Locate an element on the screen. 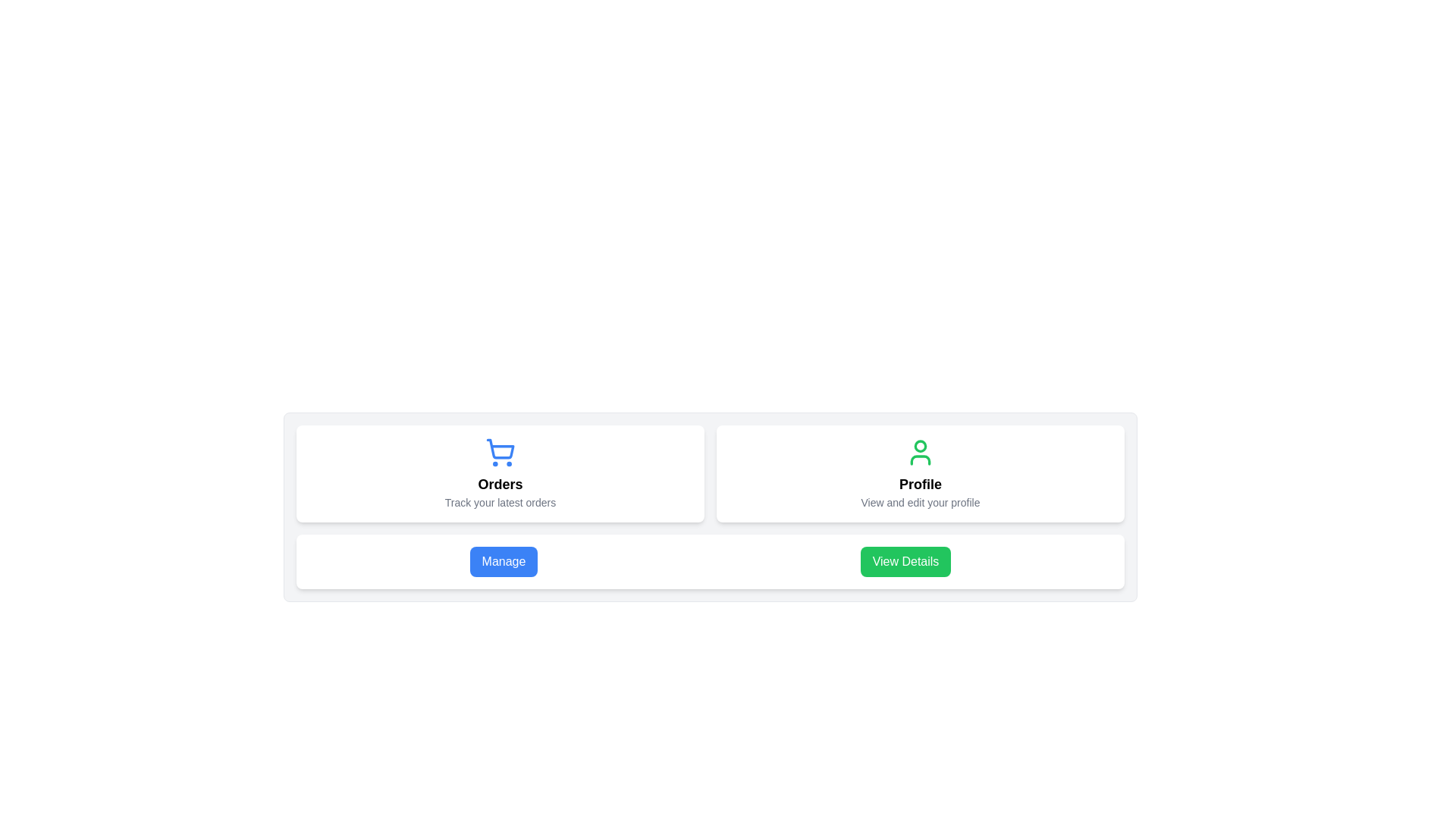 The height and width of the screenshot is (819, 1456). the user profile icon, which is a minimalistic green icon with a rounded head and half-oval body, located at the top-center of the 'Profile' card is located at coordinates (920, 452).